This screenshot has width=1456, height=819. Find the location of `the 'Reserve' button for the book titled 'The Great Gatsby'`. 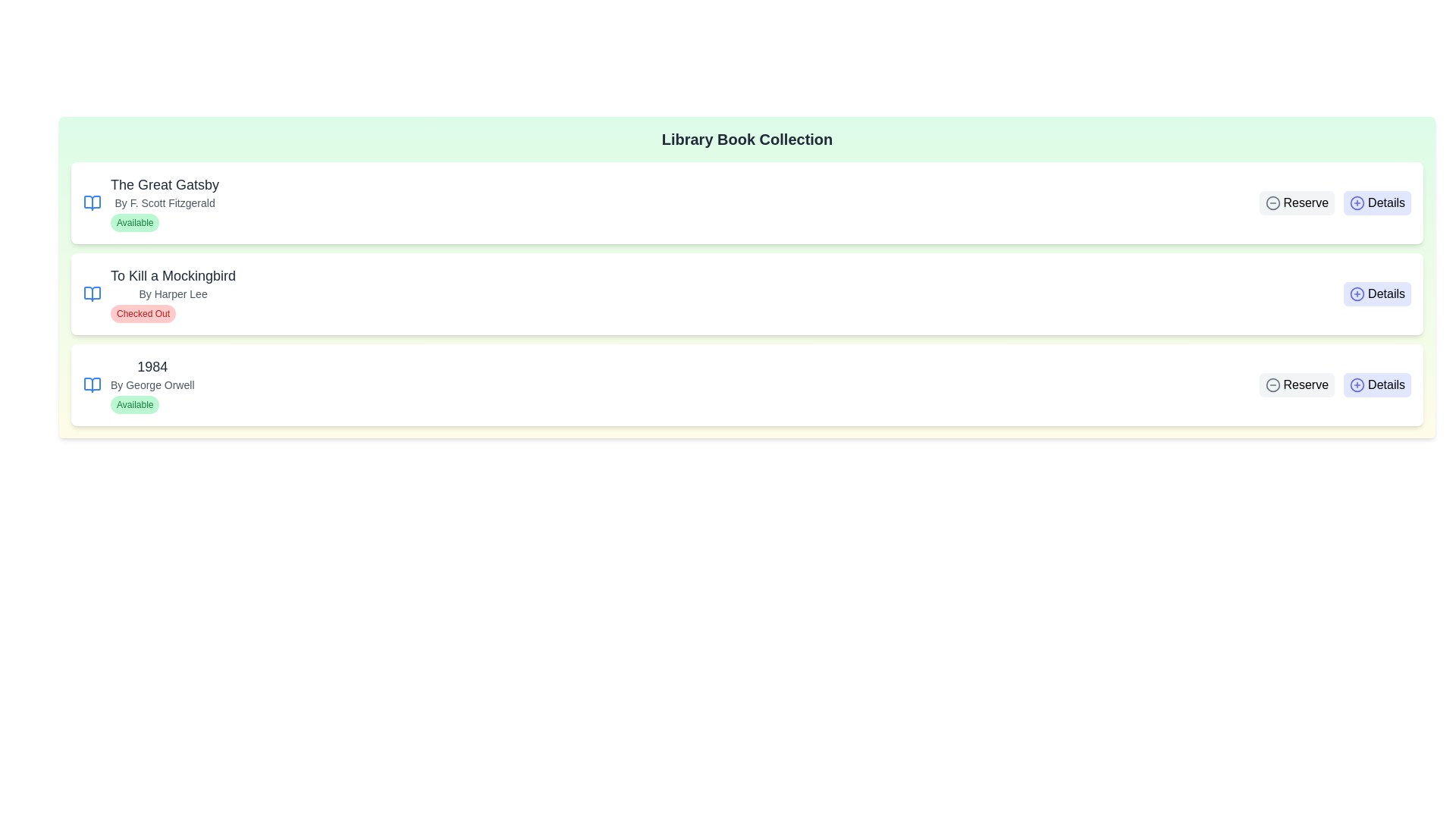

the 'Reserve' button for the book titled 'The Great Gatsby' is located at coordinates (1296, 202).